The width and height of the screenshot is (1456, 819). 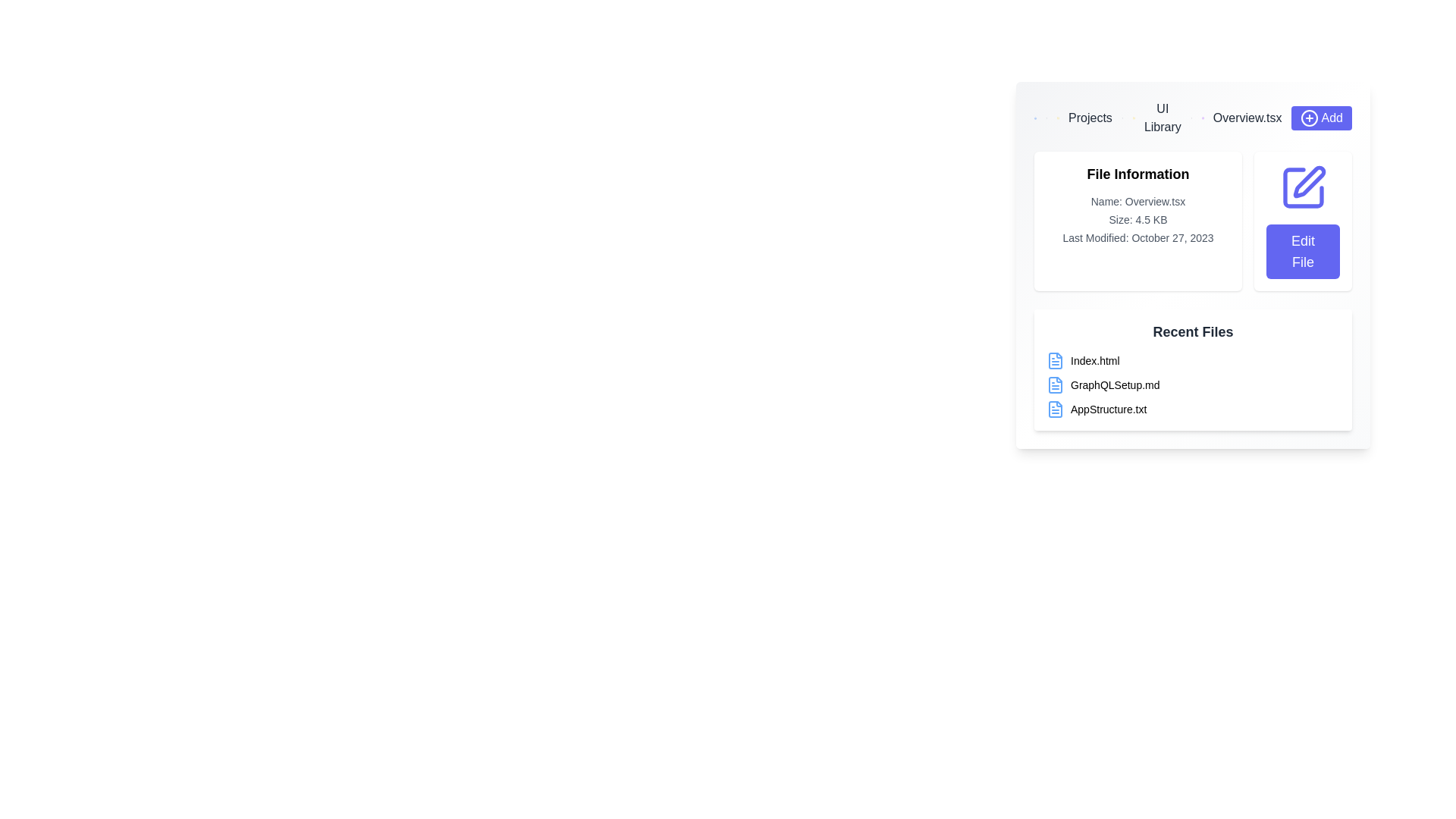 I want to click on the circular plus icon within the 'Add' button located at the top right corner of the interface, so click(x=1308, y=117).